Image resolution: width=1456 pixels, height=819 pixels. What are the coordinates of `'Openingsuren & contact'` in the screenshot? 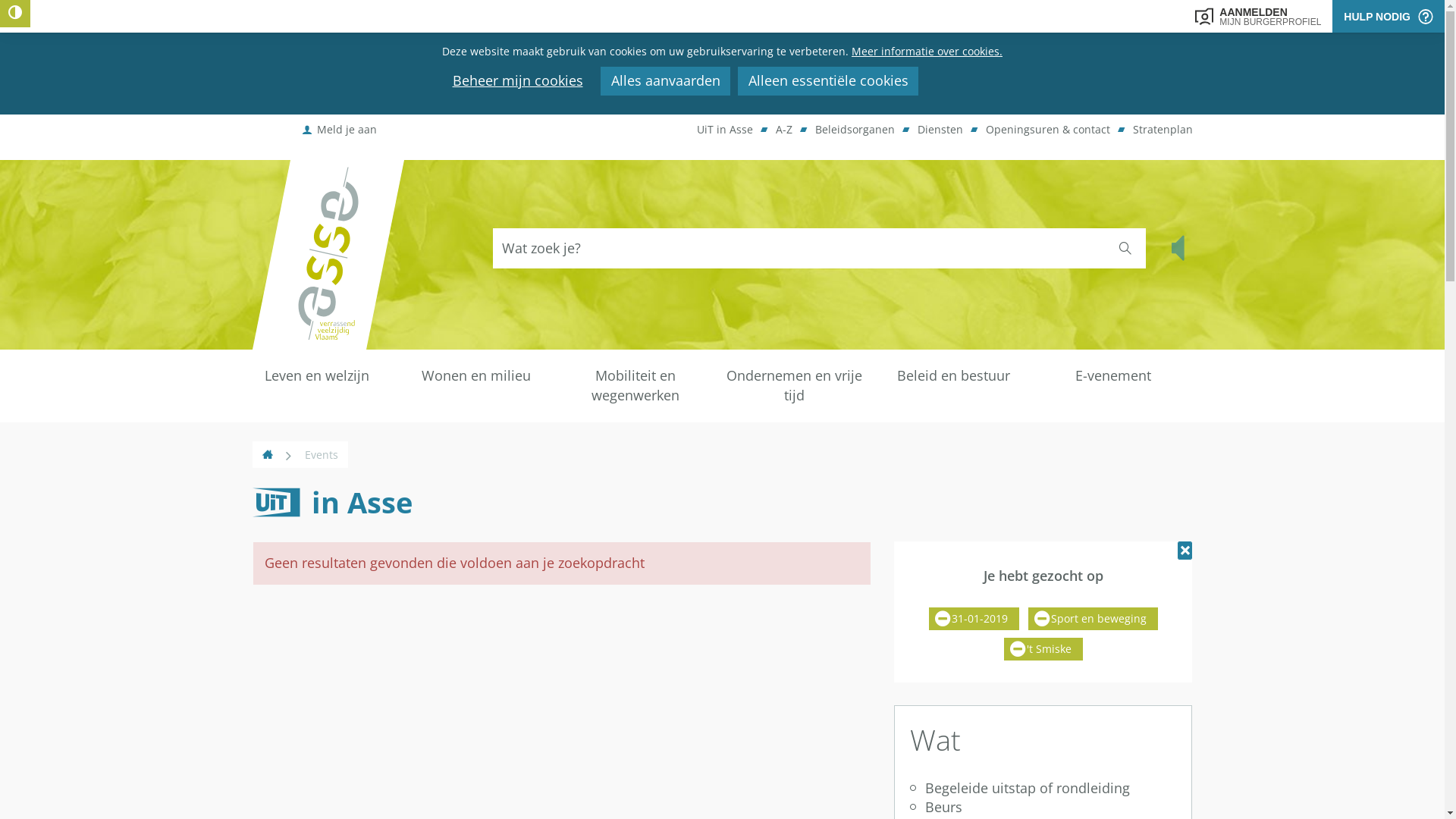 It's located at (1047, 129).